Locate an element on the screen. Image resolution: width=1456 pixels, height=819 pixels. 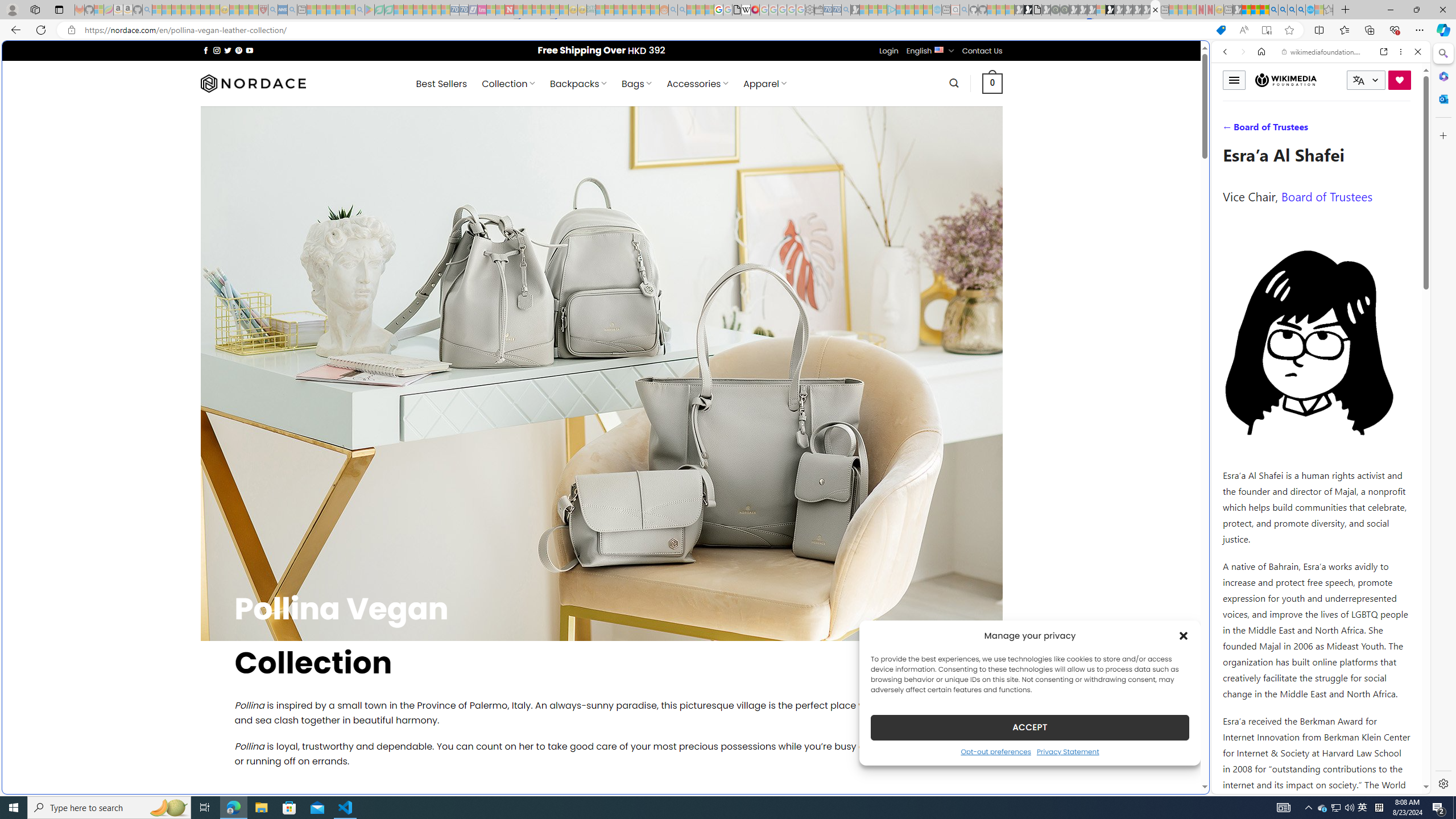
'Follow on YouTube' is located at coordinates (250, 50).